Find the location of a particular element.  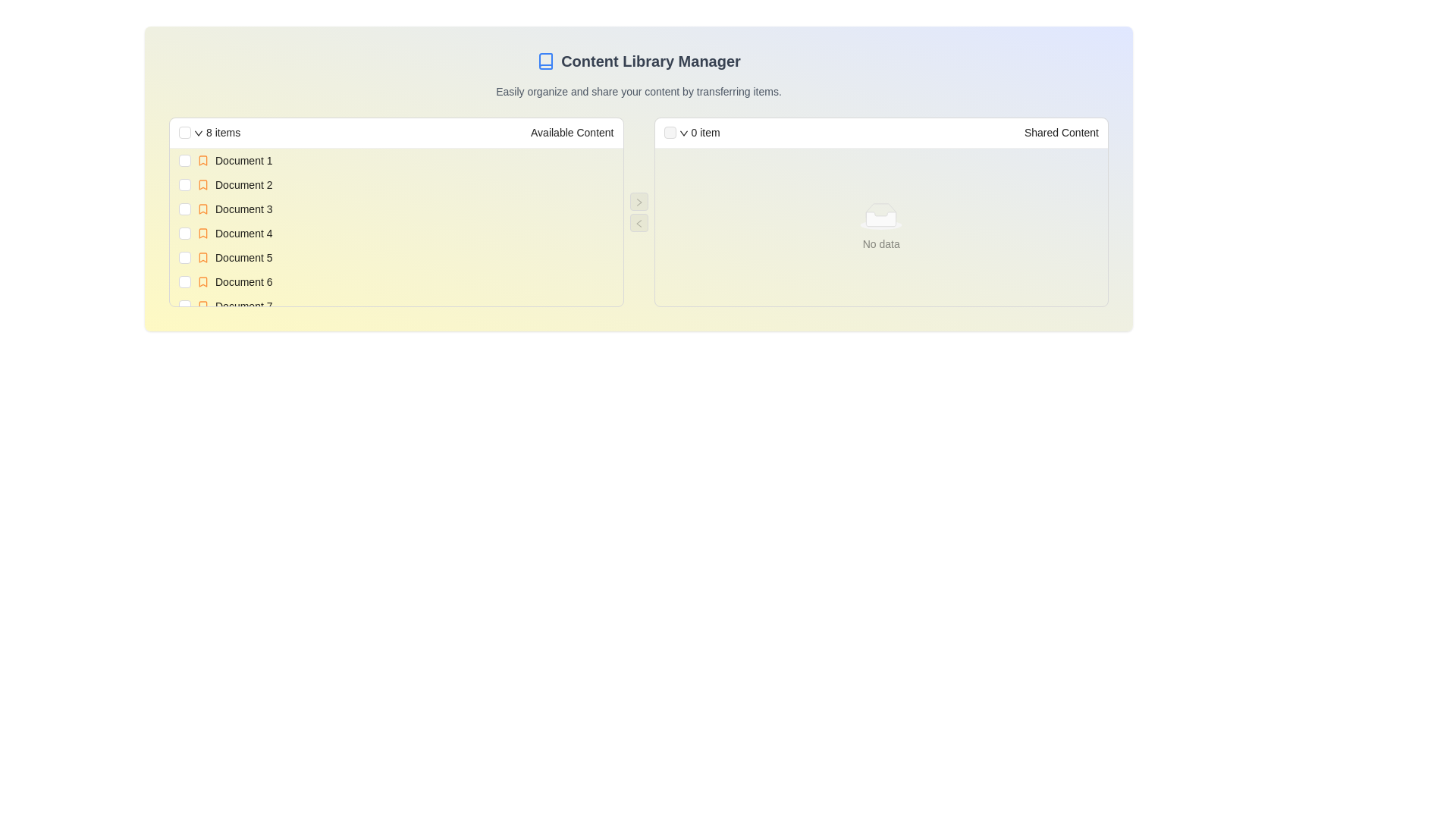

the checkbox located next to the '8 items' text in the 'Available Content' section for accessibility navigation is located at coordinates (184, 131).